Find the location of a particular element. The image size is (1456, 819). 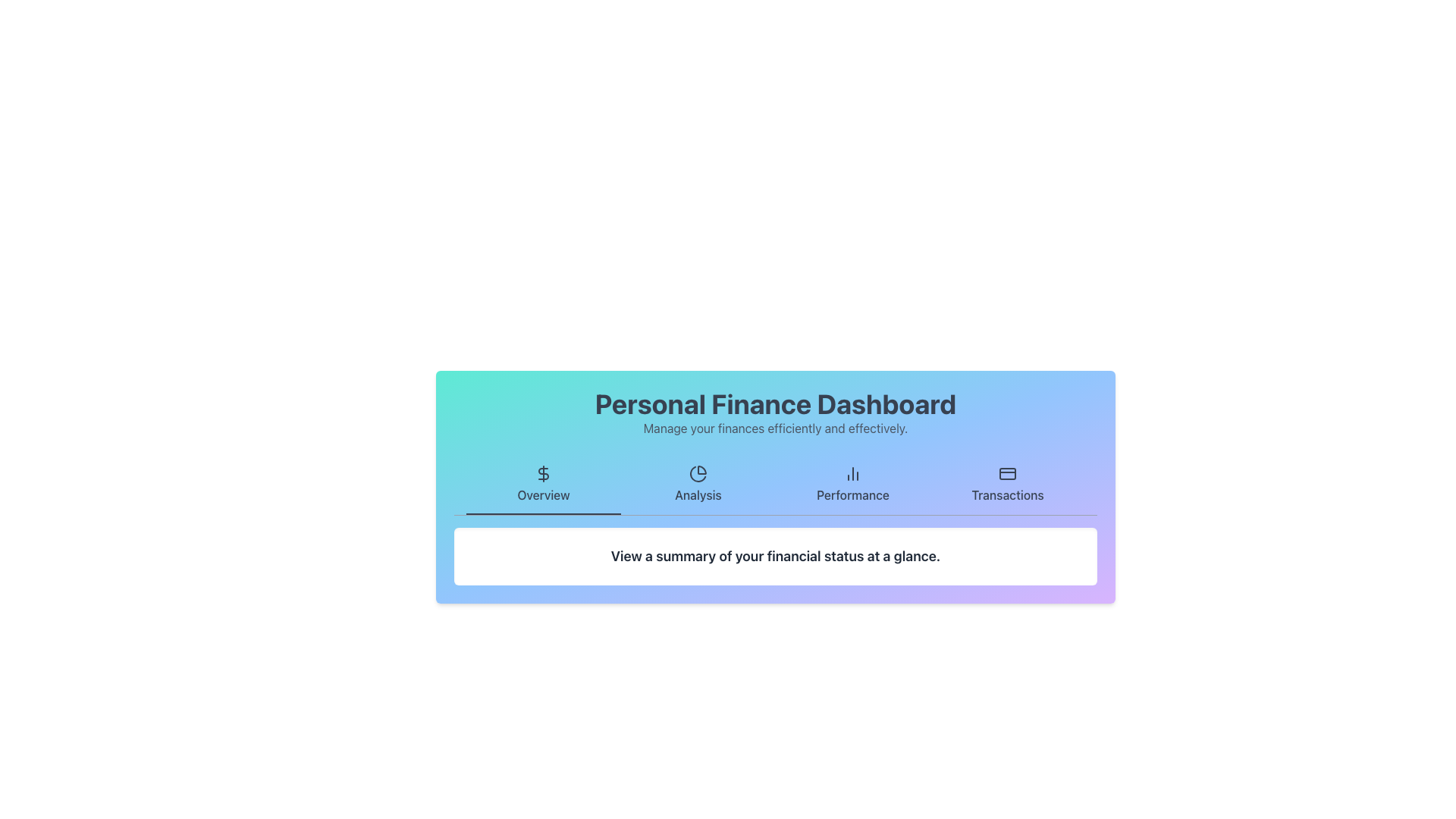

the pie chart slice icon located in the 'Analysis' section of the Personal Finance Dashboard, specifically in the second icon slot from the left is located at coordinates (697, 473).